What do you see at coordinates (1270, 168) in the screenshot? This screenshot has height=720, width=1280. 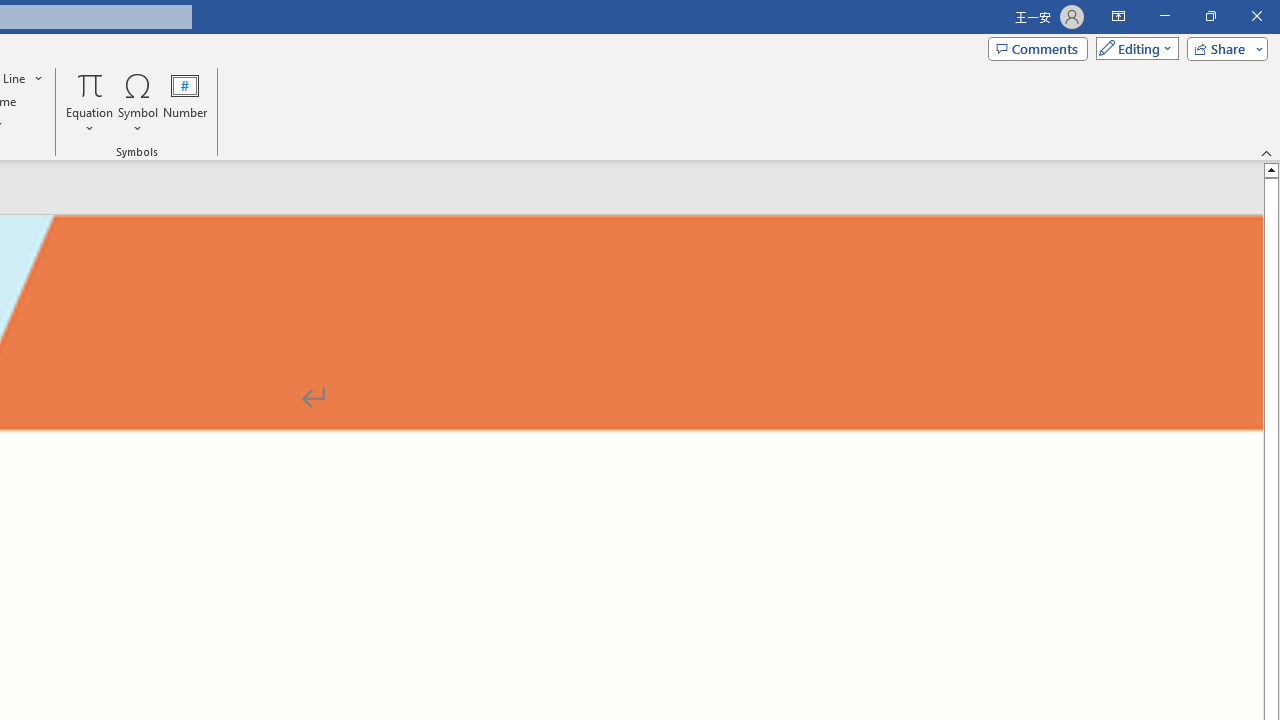 I see `'Line up'` at bounding box center [1270, 168].